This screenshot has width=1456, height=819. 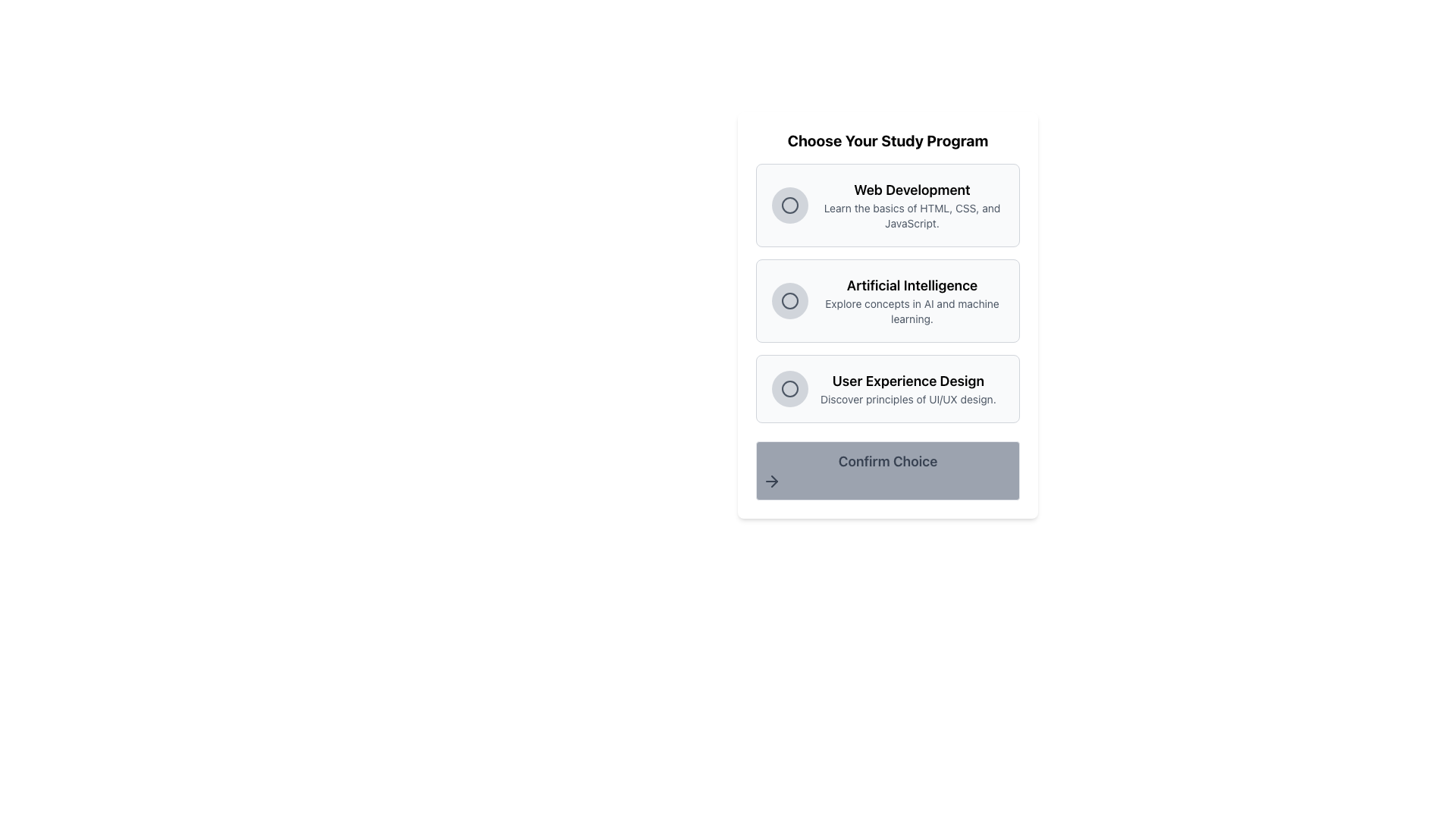 I want to click on text label displaying the title for the 'Artificial Intelligence' study program option, which is located within a selectable card in the 'Choose Your Study Program' list, so click(x=912, y=286).